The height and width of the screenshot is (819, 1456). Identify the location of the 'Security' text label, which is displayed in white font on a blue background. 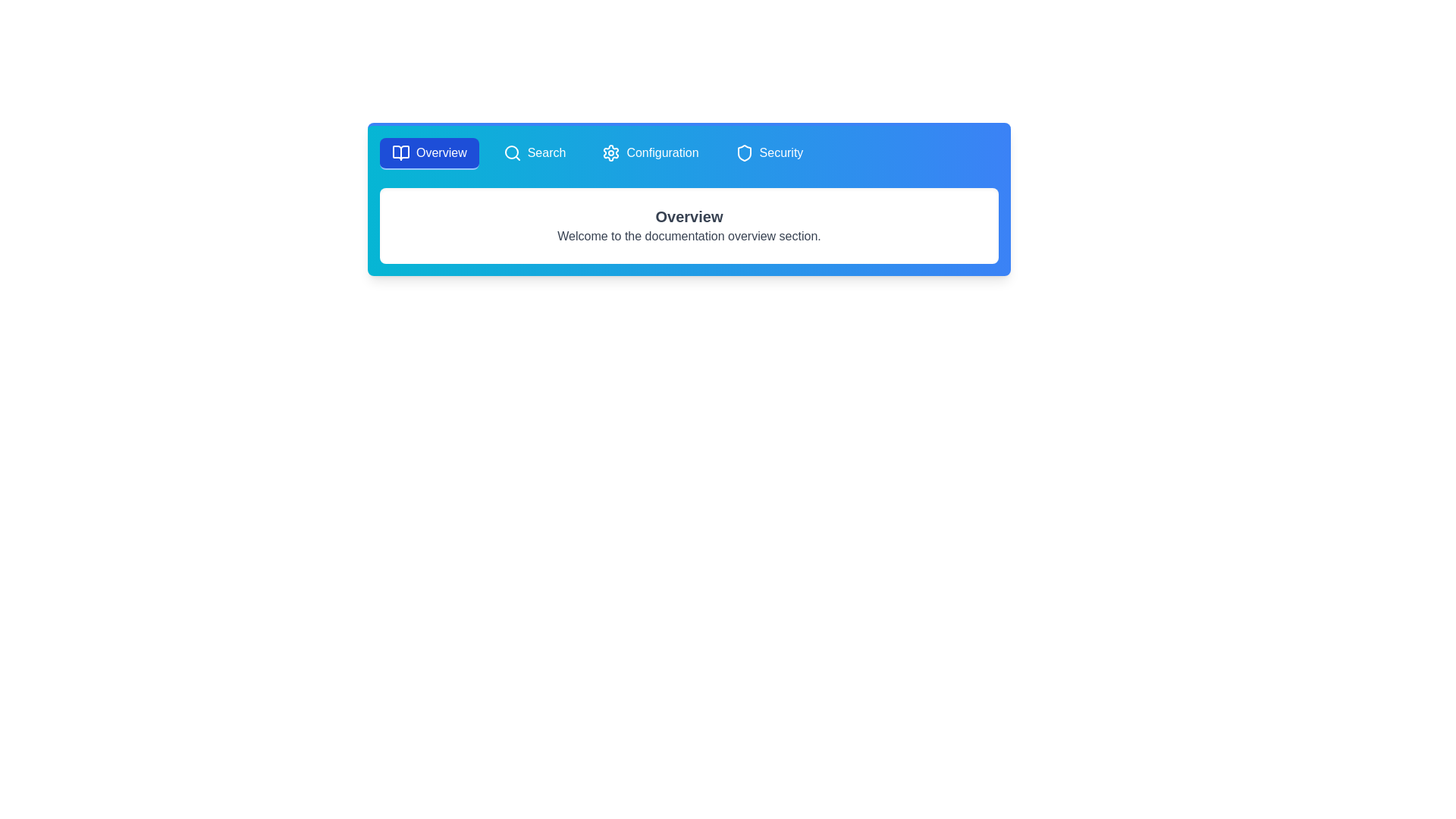
(781, 152).